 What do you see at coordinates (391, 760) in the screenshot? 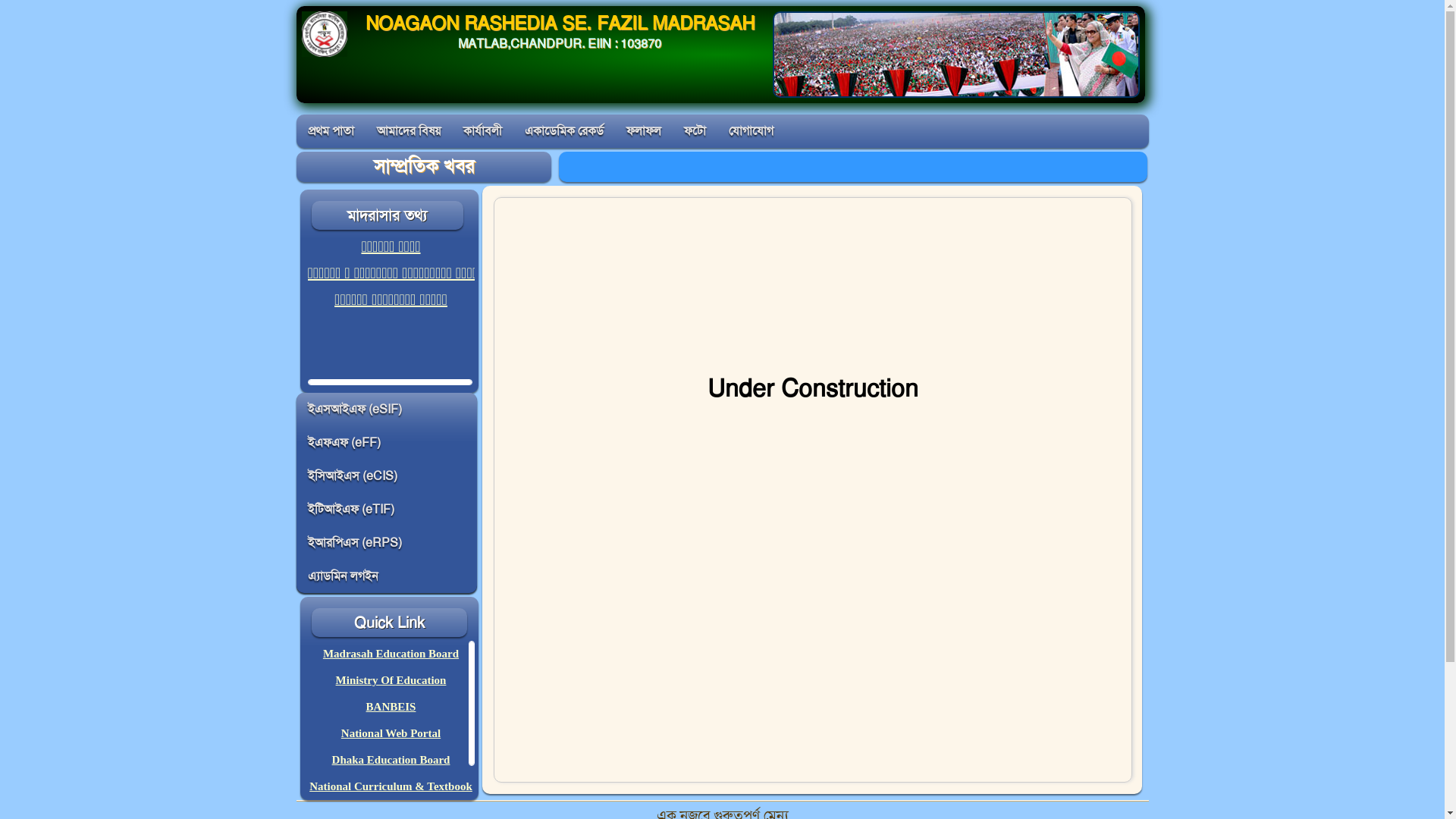
I see `'Dhaka Education Board'` at bounding box center [391, 760].